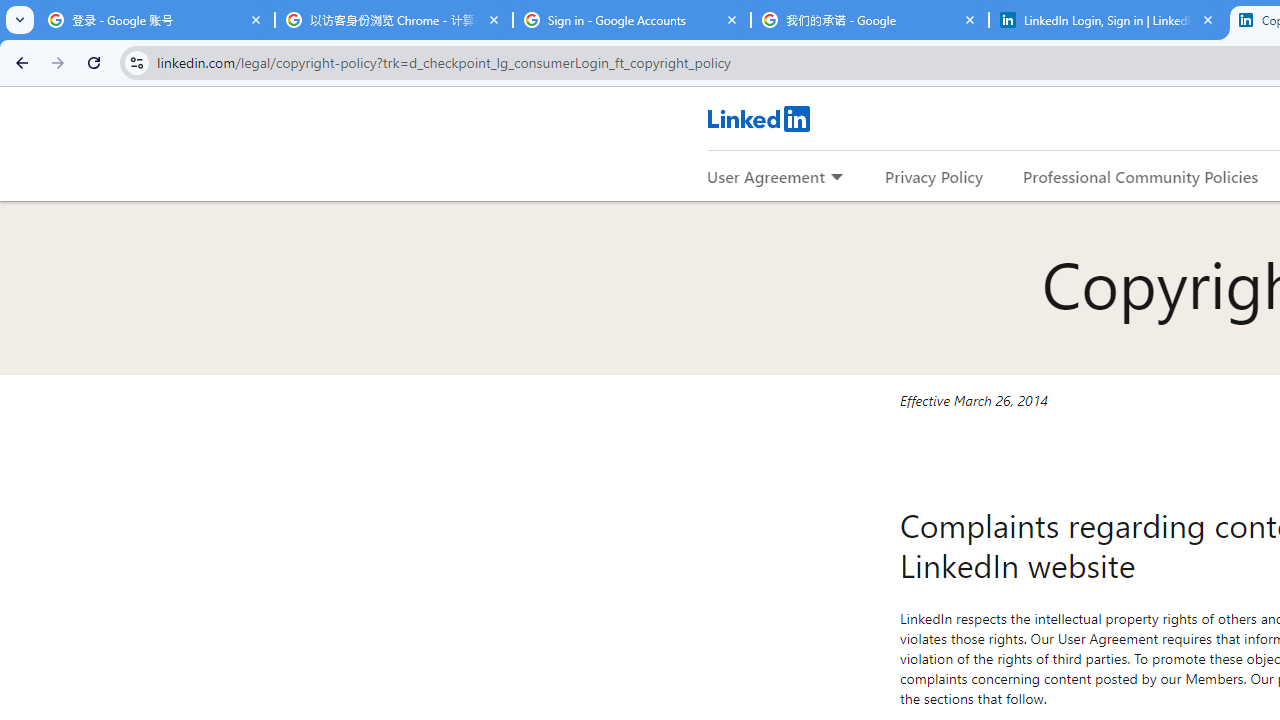 This screenshot has width=1280, height=720. Describe the element at coordinates (757, 118) in the screenshot. I see `'LinkedIn Logo'` at that location.